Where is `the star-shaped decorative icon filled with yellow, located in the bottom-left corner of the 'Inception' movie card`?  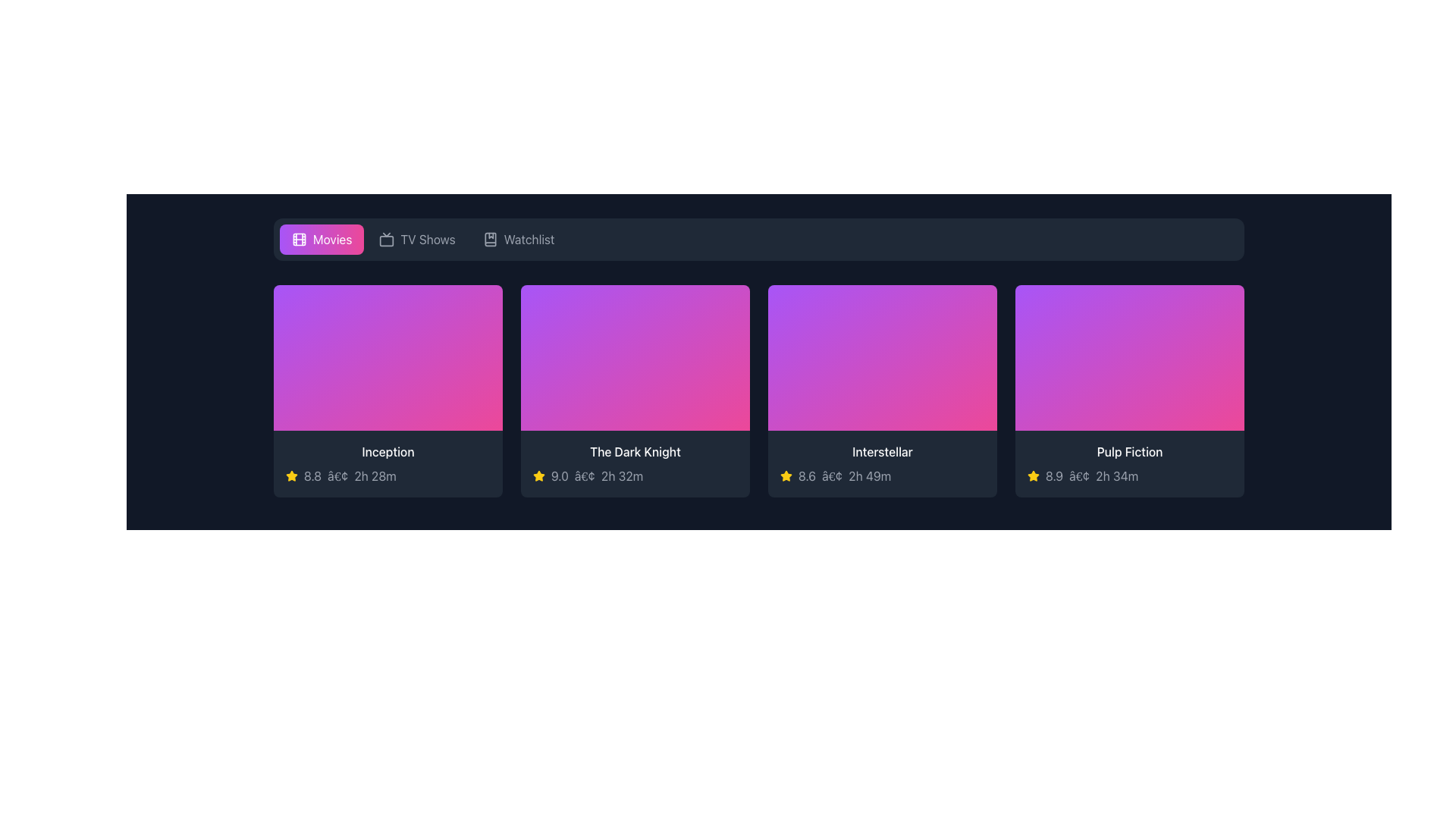
the star-shaped decorative icon filled with yellow, located in the bottom-left corner of the 'Inception' movie card is located at coordinates (291, 475).